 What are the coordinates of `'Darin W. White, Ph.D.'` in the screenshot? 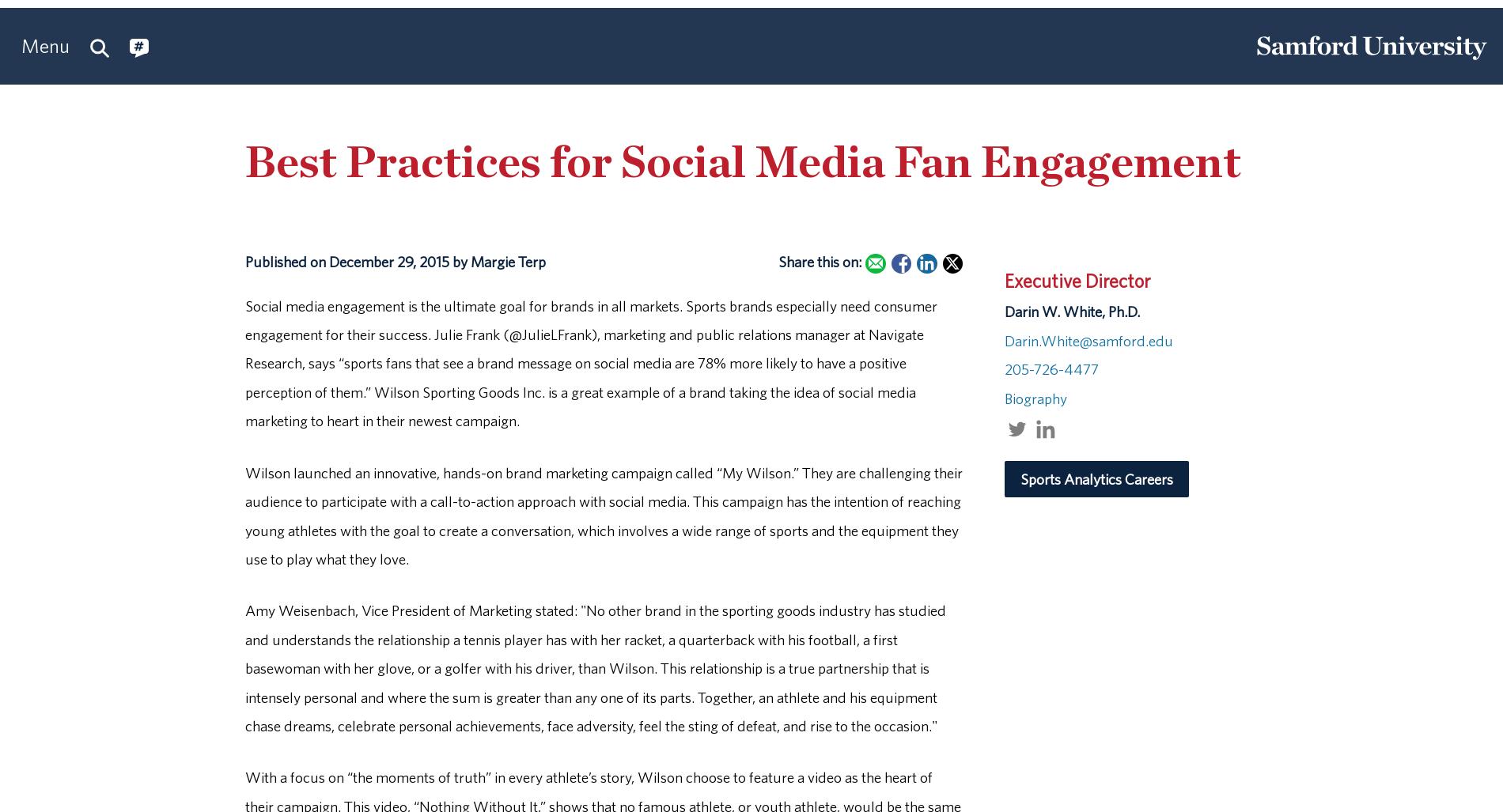 It's located at (1003, 311).